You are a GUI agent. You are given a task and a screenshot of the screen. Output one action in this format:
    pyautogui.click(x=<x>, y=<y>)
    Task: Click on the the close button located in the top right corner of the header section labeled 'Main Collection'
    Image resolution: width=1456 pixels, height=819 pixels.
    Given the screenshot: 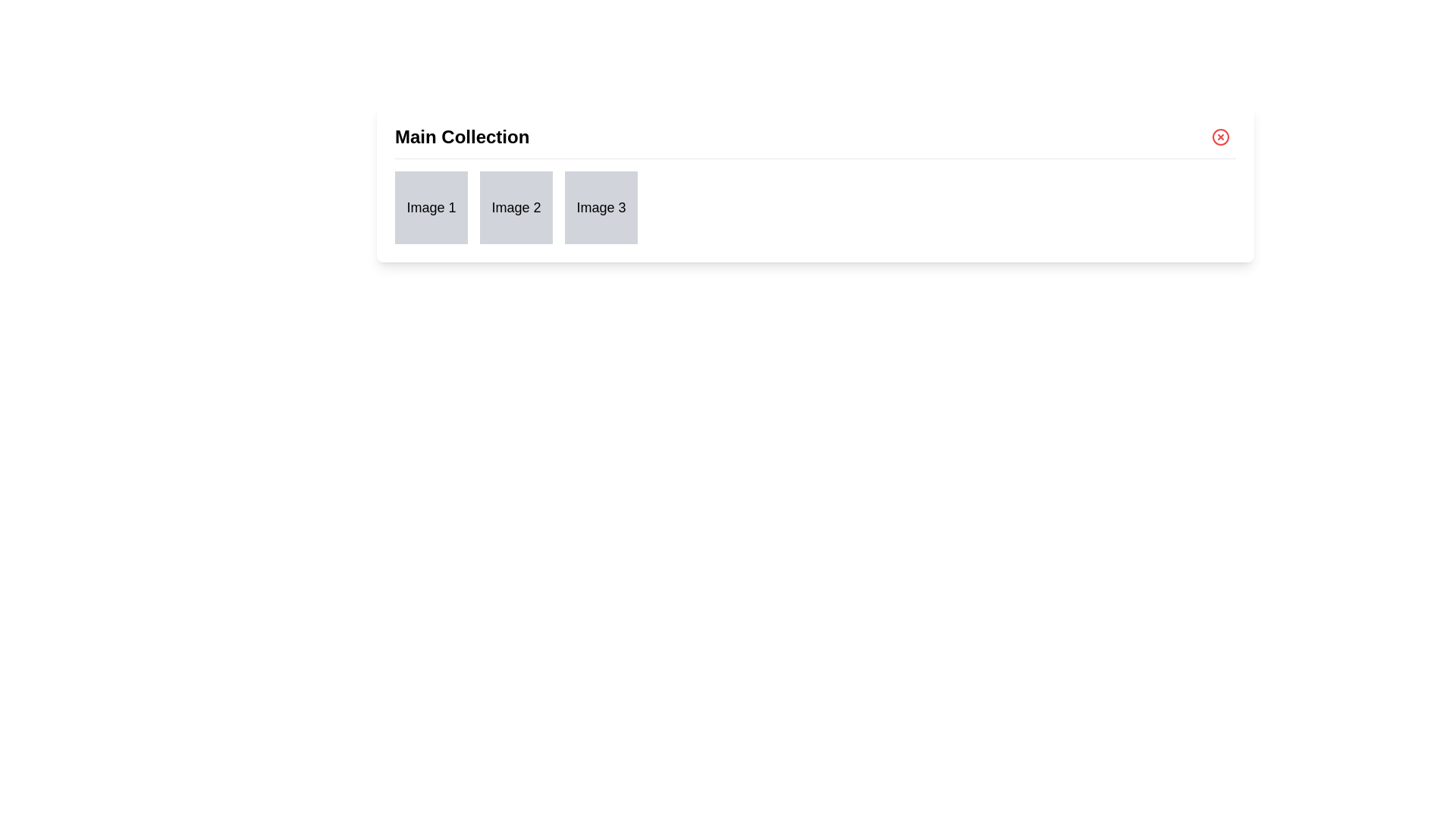 What is the action you would take?
    pyautogui.click(x=1220, y=137)
    